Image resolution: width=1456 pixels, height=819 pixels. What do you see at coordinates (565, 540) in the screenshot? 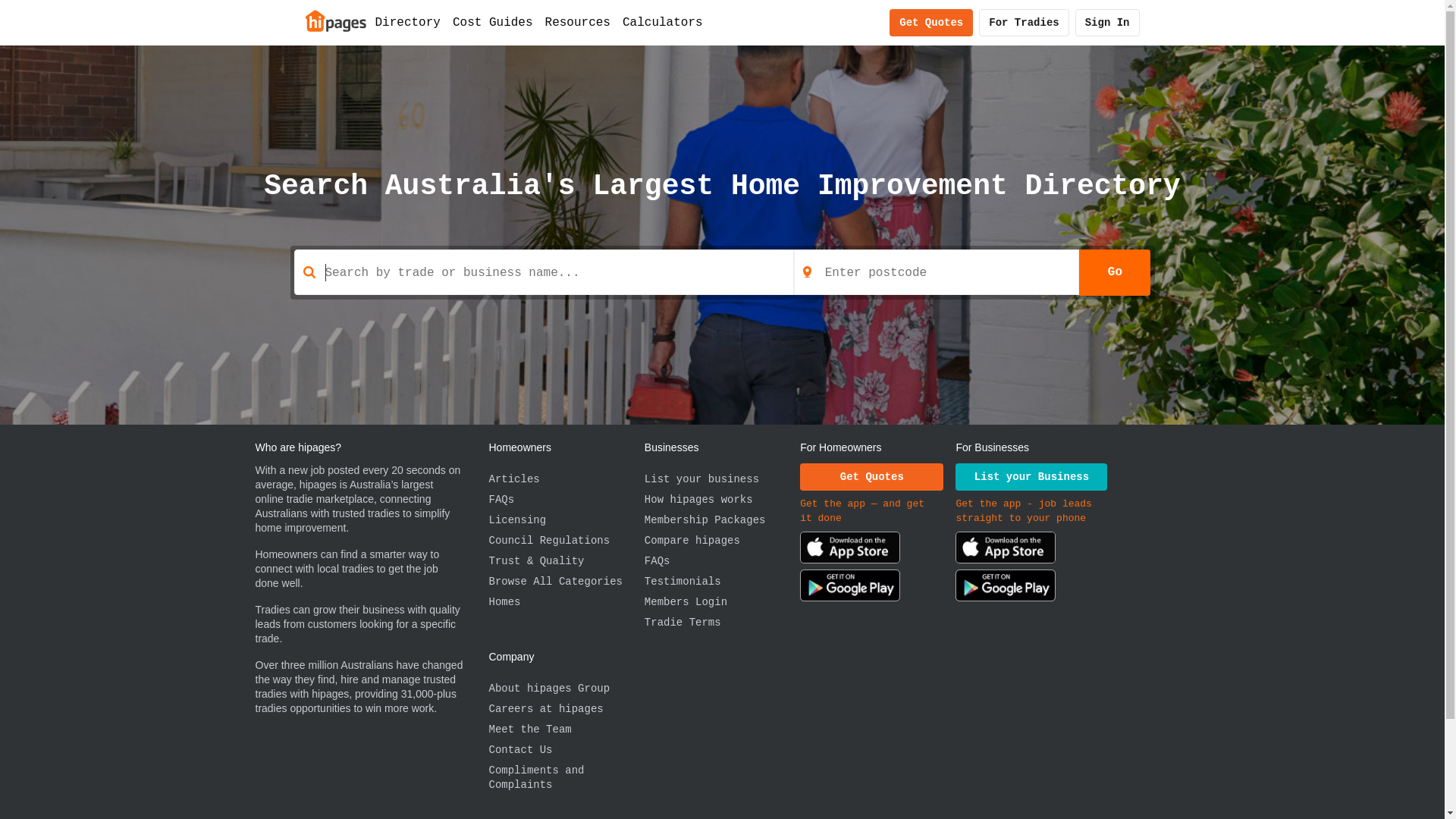
I see `'Council Regulations'` at bounding box center [565, 540].